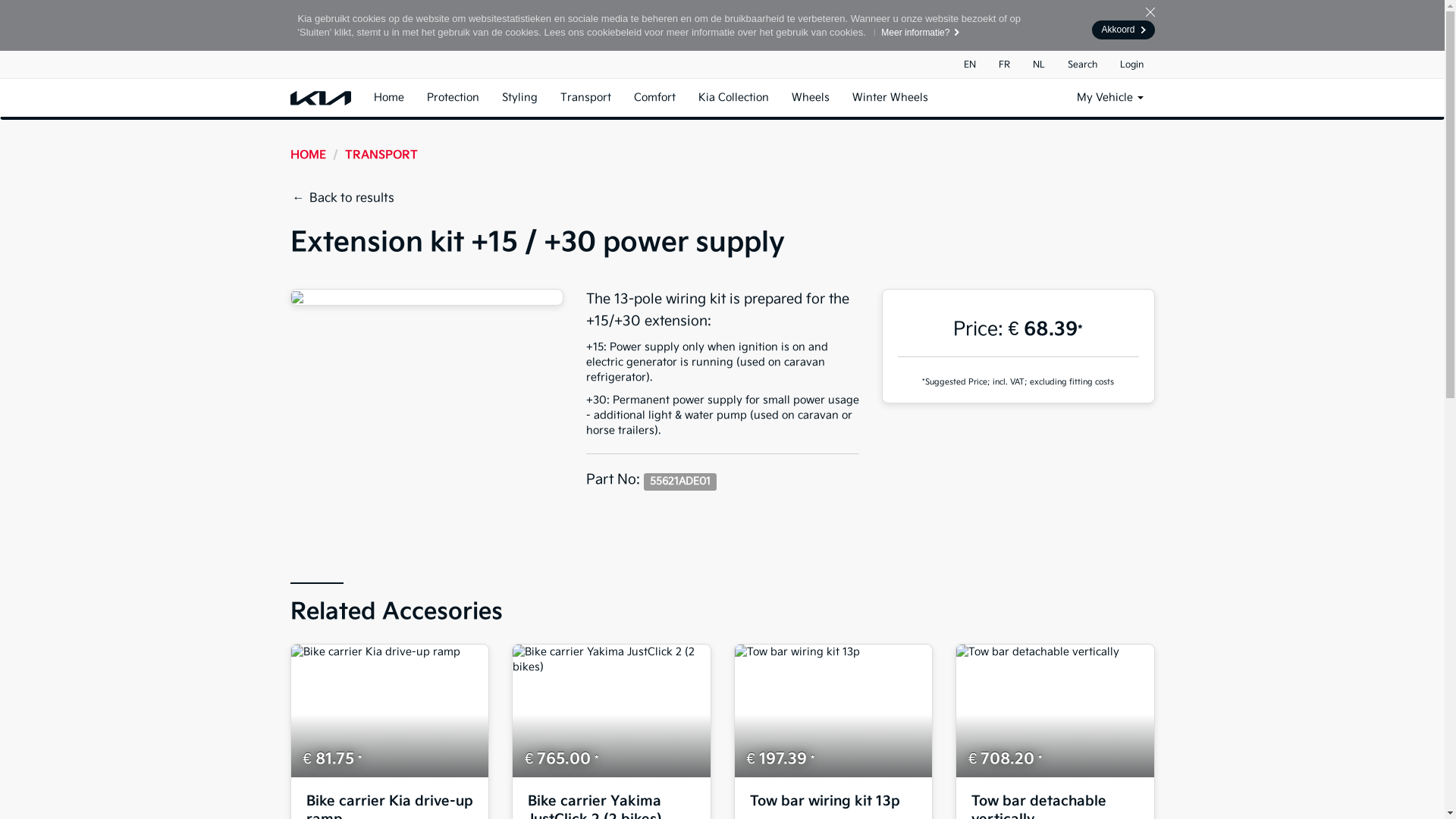  I want to click on 'TRANSPORT', so click(381, 155).